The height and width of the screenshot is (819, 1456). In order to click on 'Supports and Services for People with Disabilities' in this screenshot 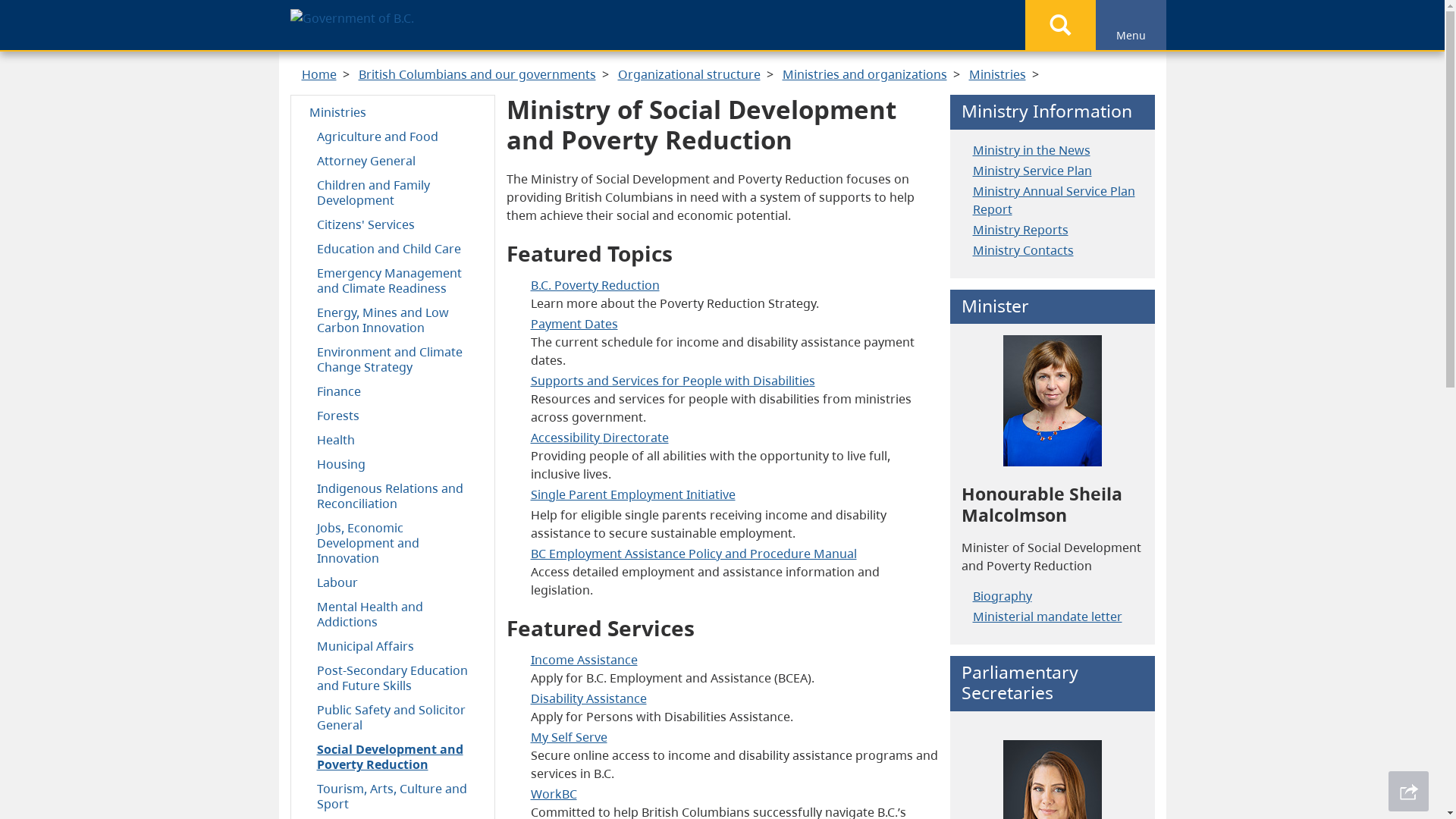, I will do `click(672, 379)`.